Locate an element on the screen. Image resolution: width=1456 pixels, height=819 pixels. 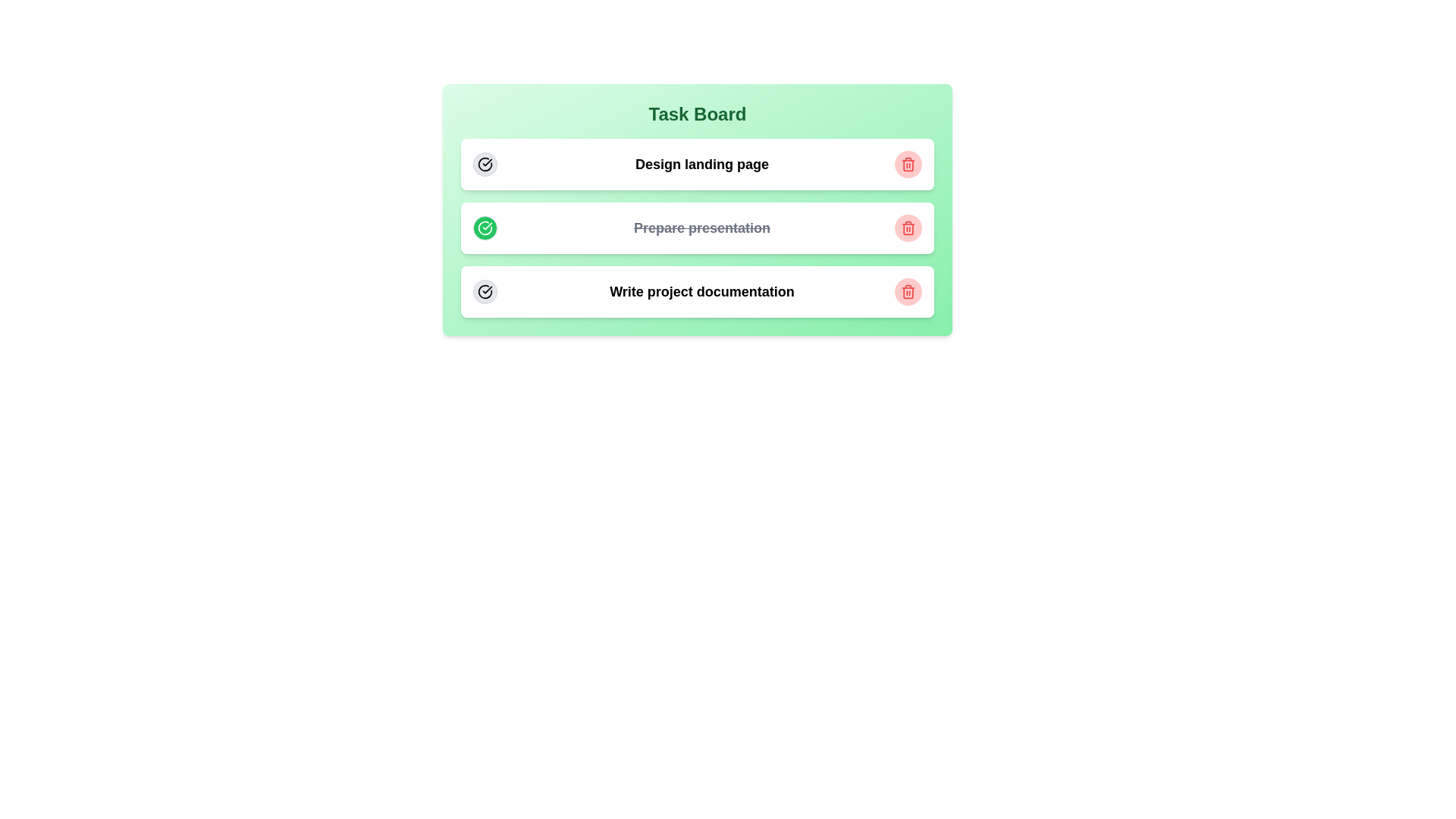
the trash icon of the task with title Write project documentation to delete it is located at coordinates (908, 292).